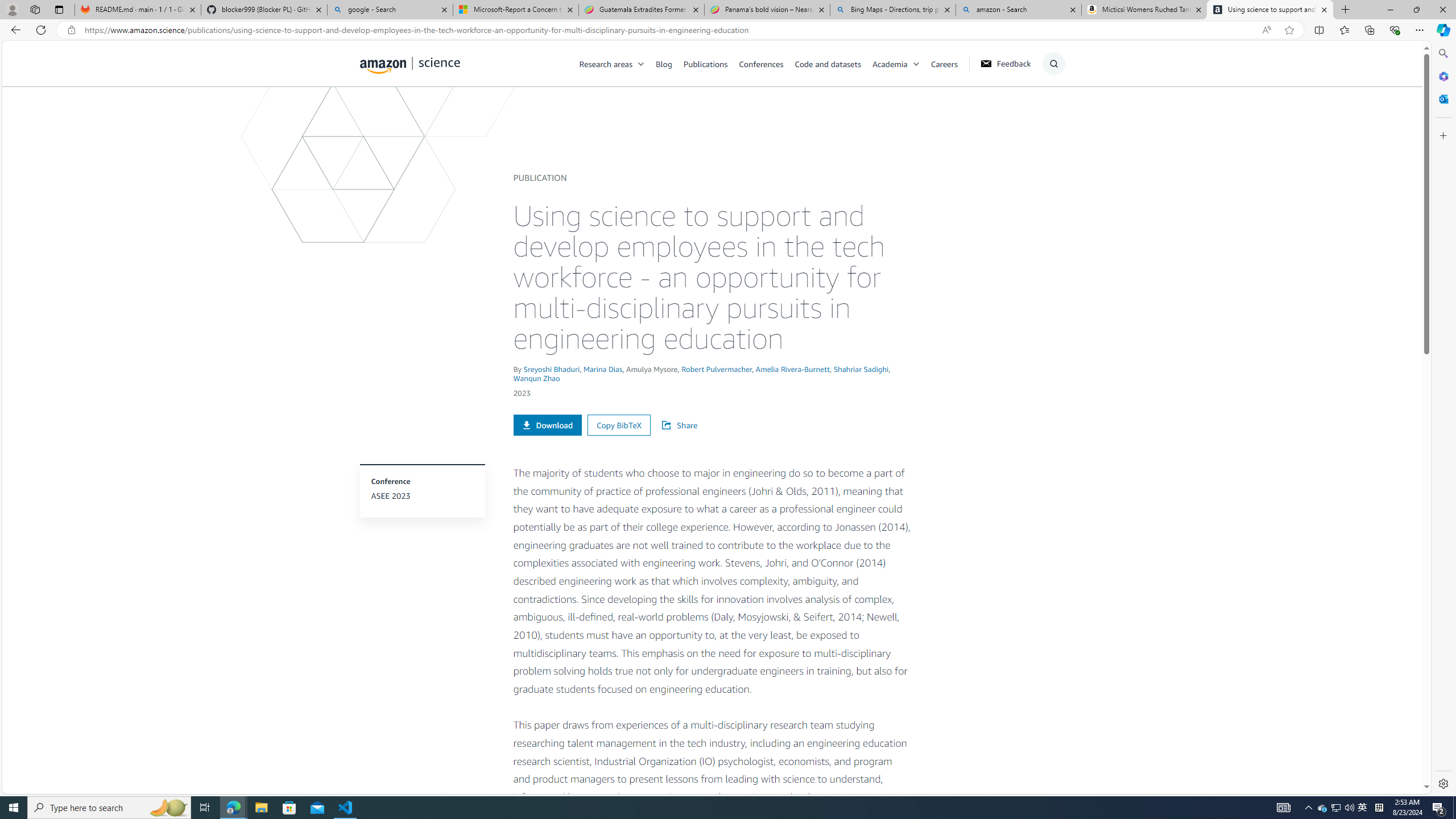  Describe the element at coordinates (617, 63) in the screenshot. I see `'Research areas'` at that location.